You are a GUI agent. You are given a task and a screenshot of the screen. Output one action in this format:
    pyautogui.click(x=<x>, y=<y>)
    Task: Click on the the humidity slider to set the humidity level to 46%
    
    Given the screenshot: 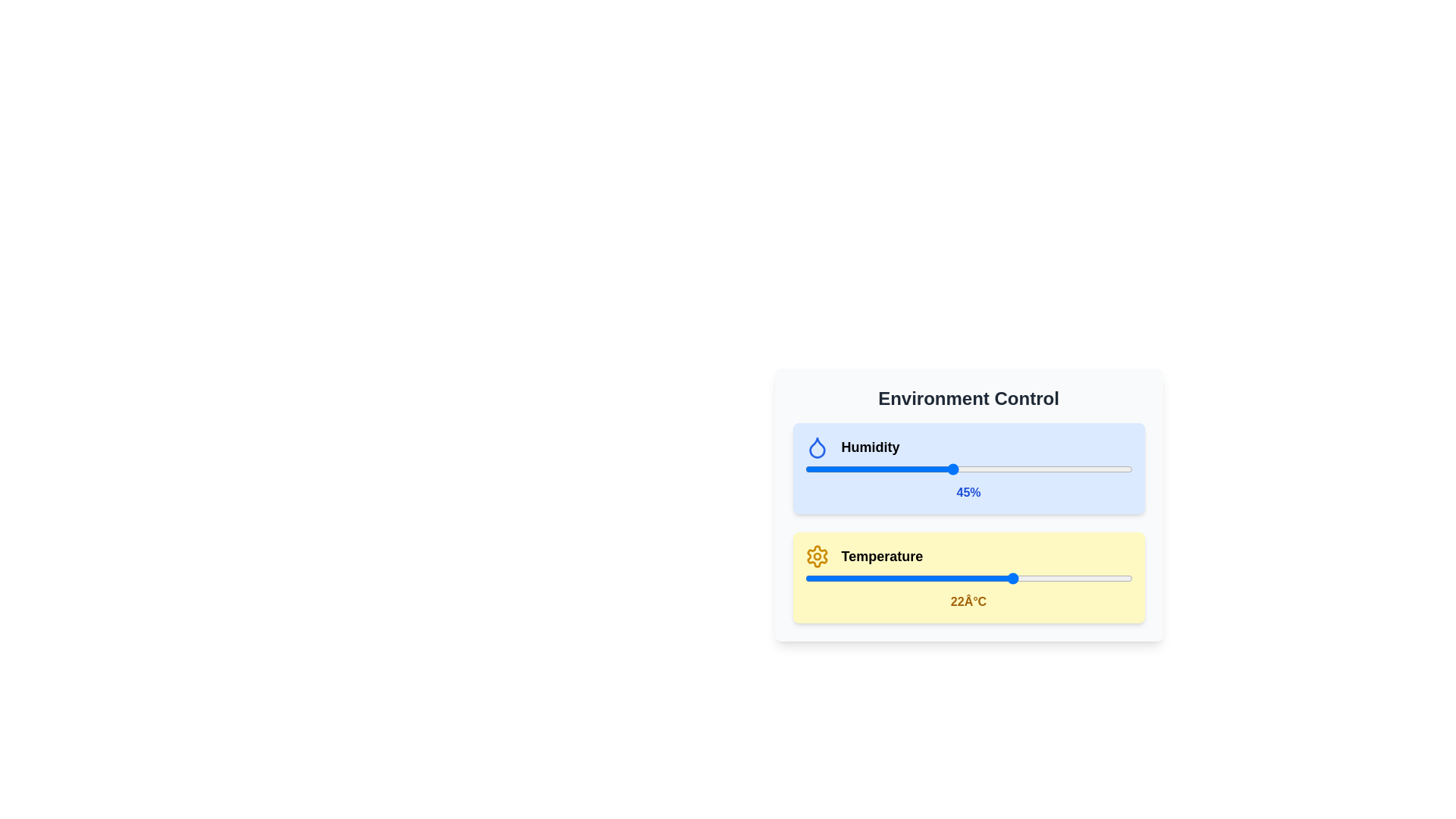 What is the action you would take?
    pyautogui.click(x=955, y=468)
    